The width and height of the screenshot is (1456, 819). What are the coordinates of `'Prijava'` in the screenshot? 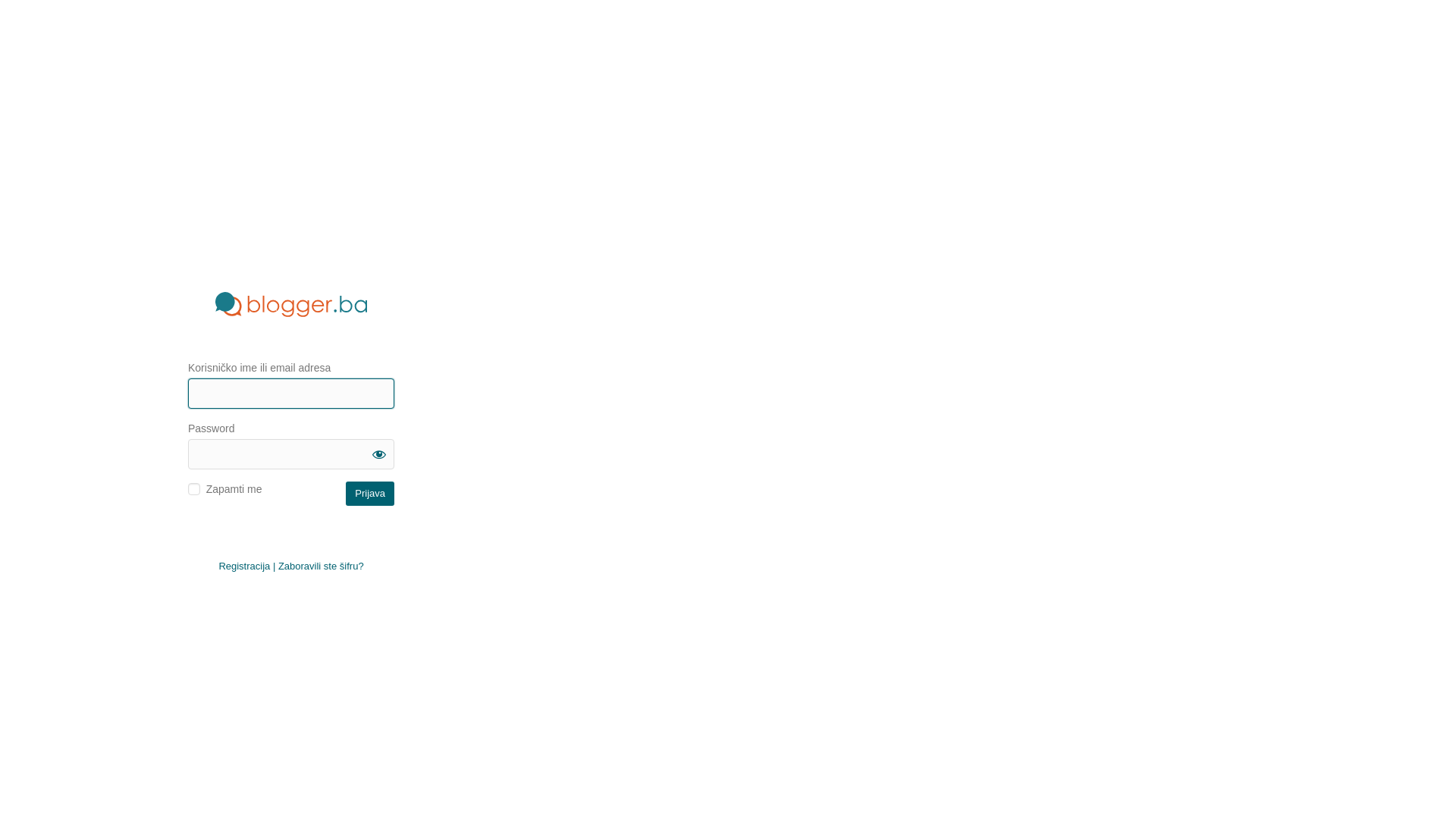 It's located at (370, 494).